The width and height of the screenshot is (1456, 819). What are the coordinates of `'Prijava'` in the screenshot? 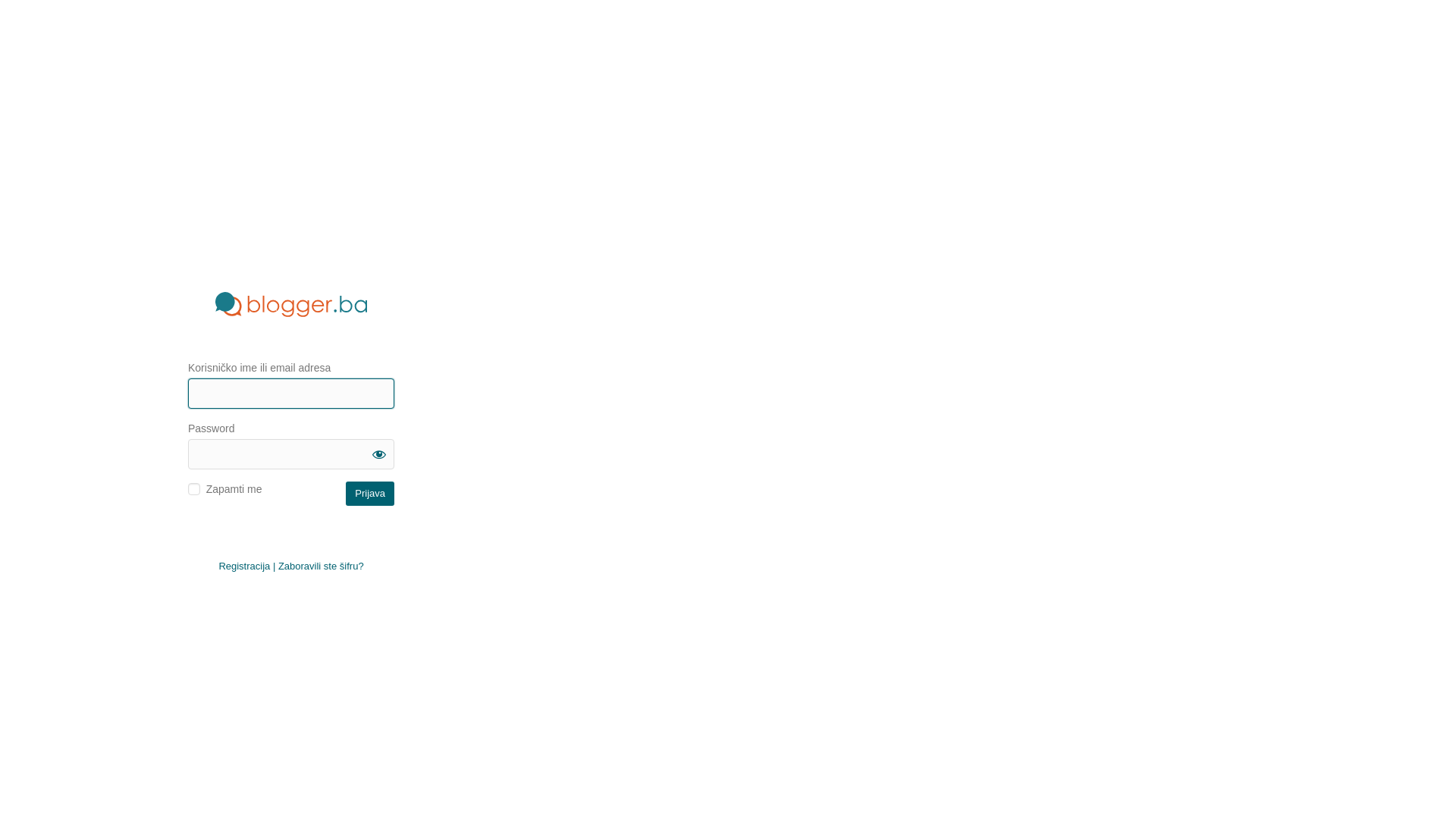 It's located at (370, 494).